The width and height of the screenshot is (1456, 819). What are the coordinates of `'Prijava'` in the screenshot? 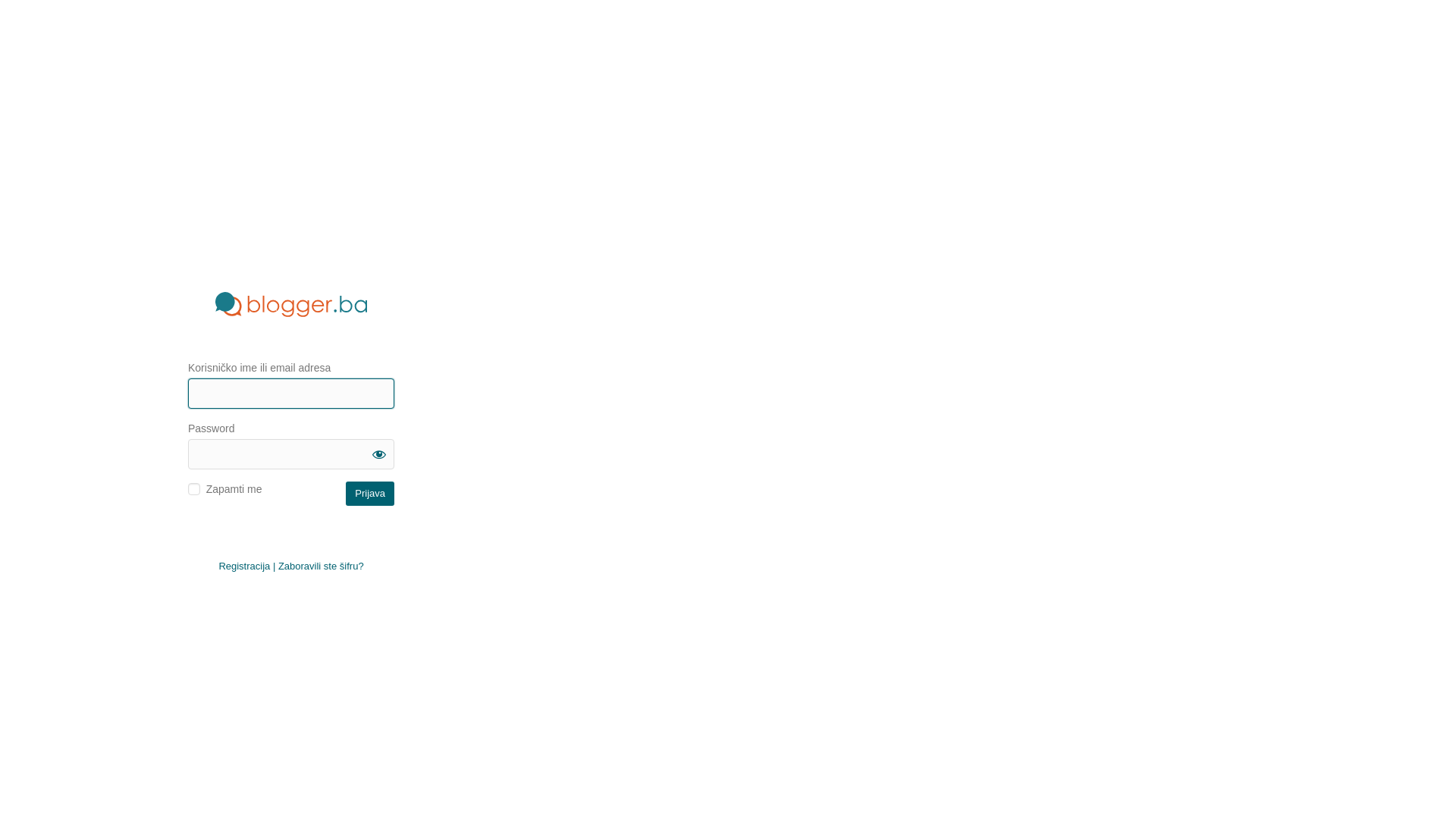 It's located at (370, 494).